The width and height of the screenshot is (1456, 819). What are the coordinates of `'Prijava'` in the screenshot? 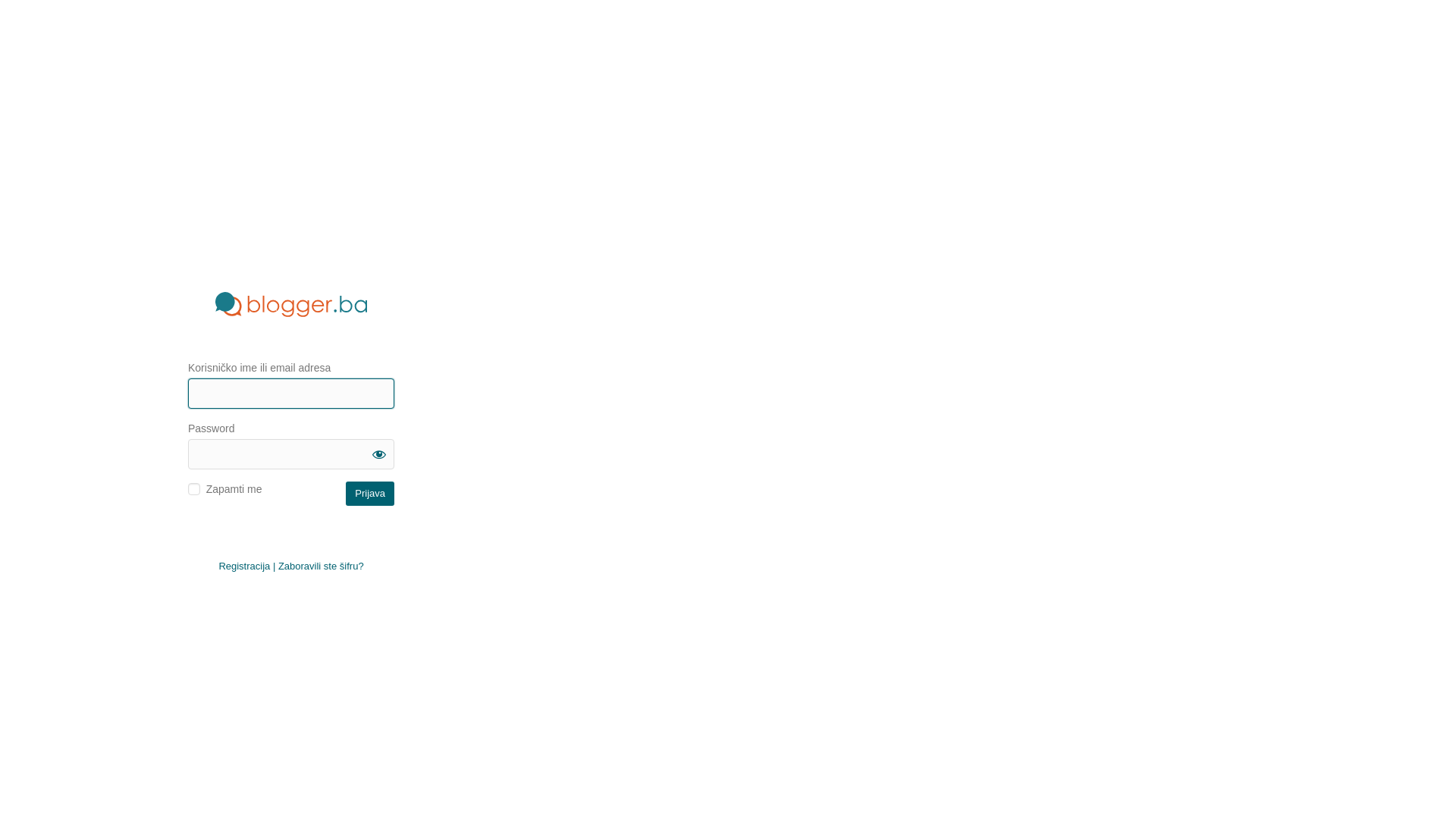 It's located at (370, 494).